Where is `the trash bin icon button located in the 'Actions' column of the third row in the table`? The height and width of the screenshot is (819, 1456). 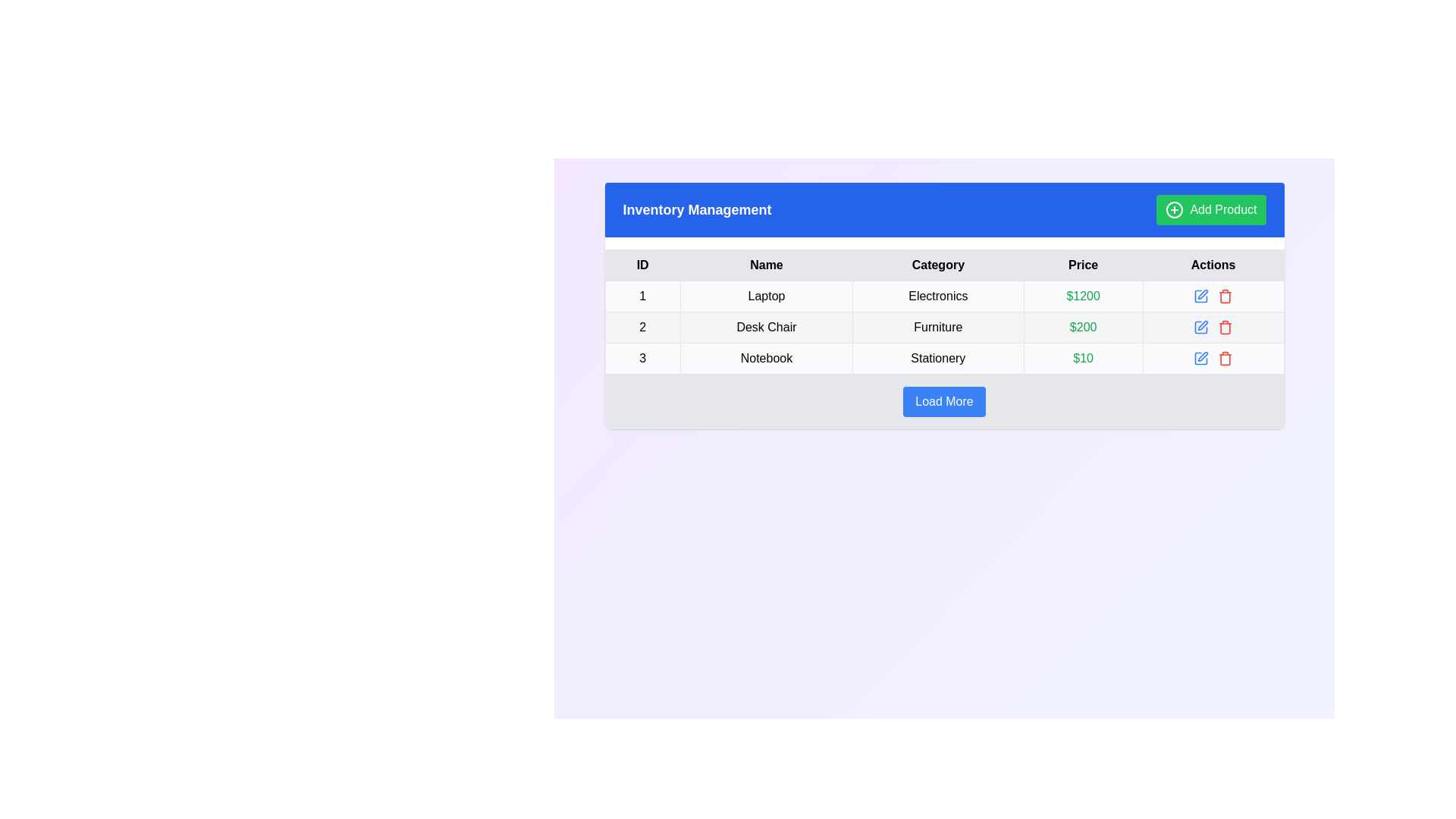
the trash bin icon button located in the 'Actions' column of the third row in the table is located at coordinates (1225, 359).